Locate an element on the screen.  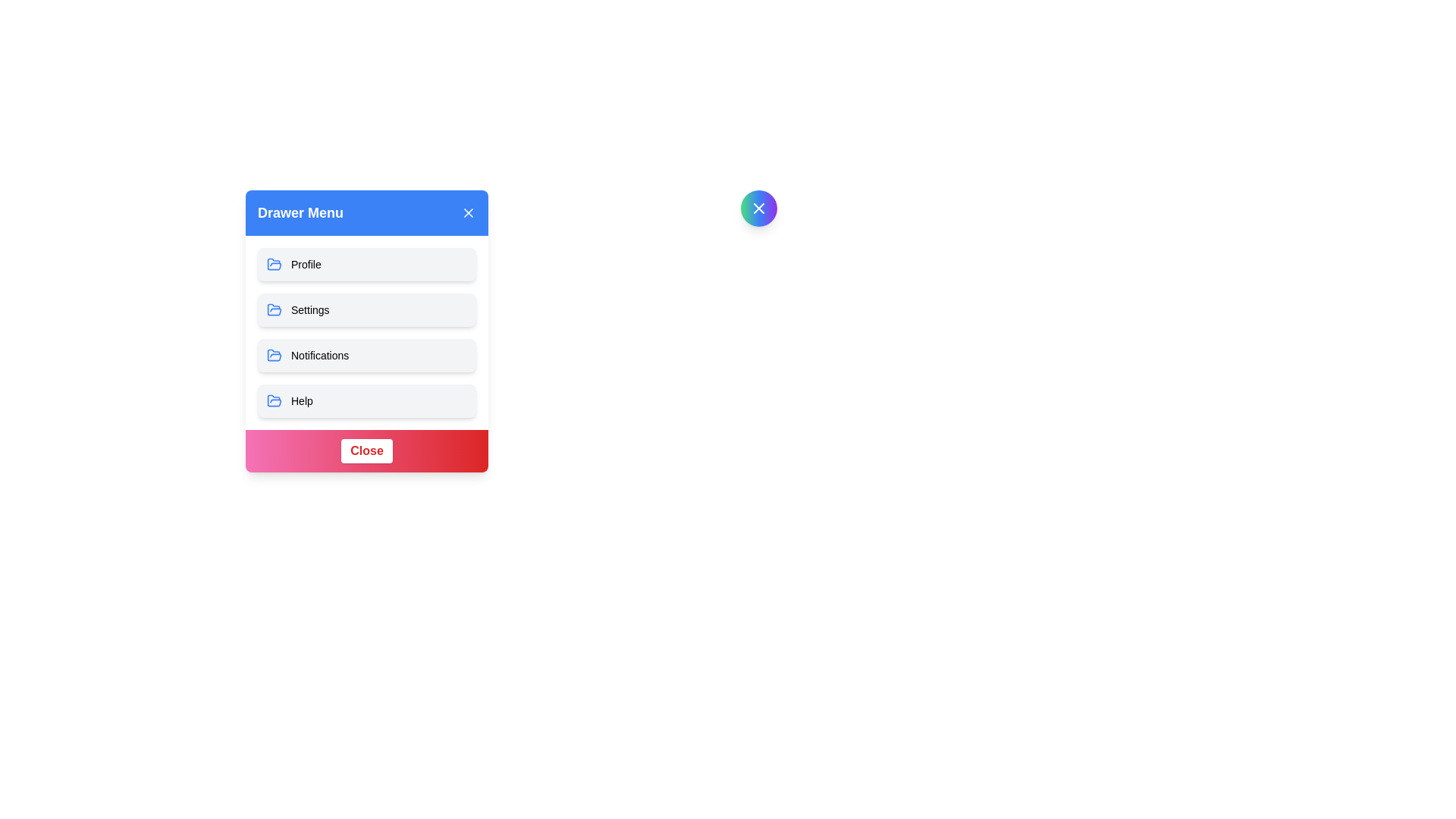
the close button located at the bottom of the drawer menu is located at coordinates (367, 450).